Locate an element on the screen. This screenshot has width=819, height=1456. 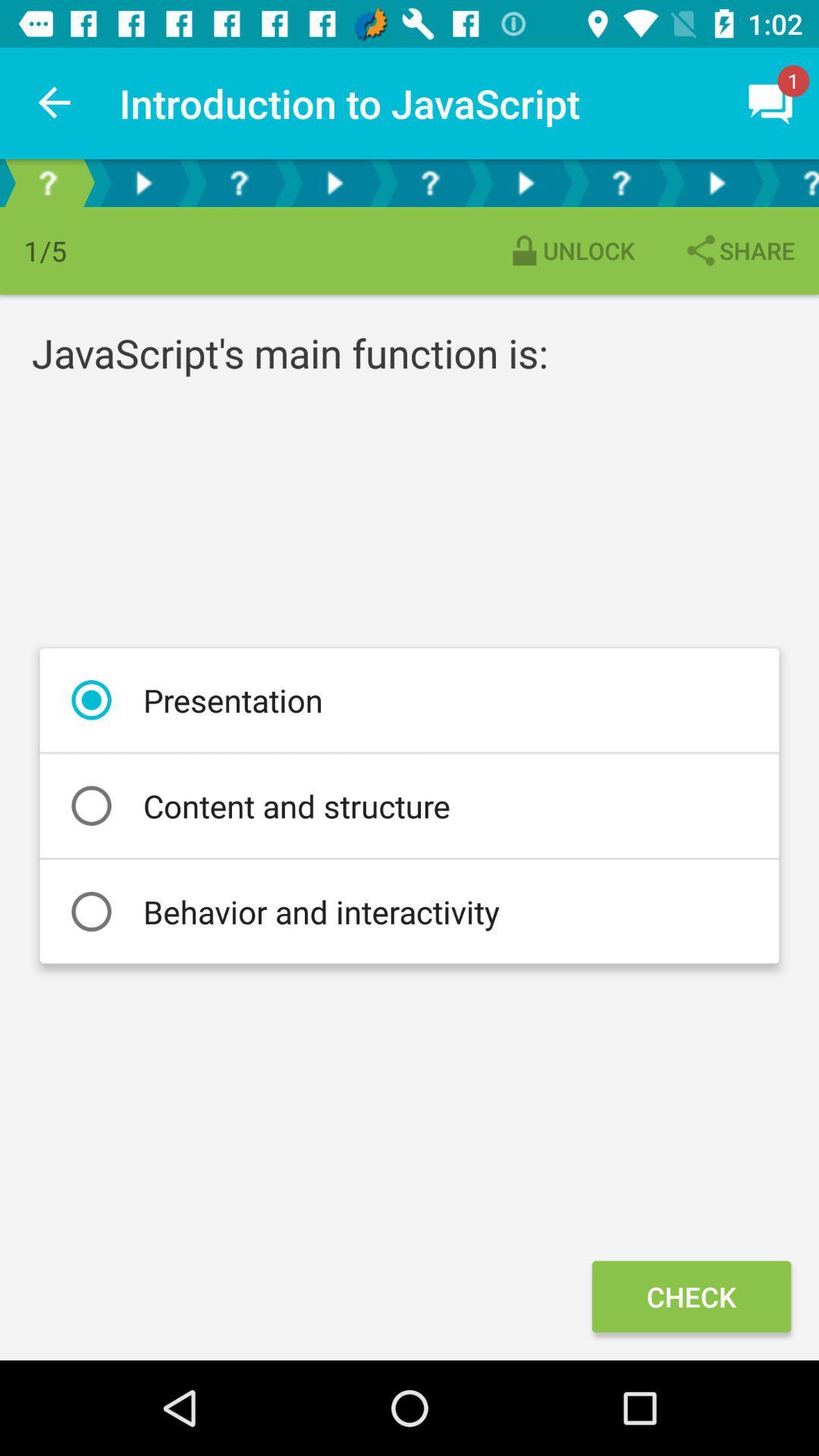
icon to the left of introduction to javascript is located at coordinates (55, 102).